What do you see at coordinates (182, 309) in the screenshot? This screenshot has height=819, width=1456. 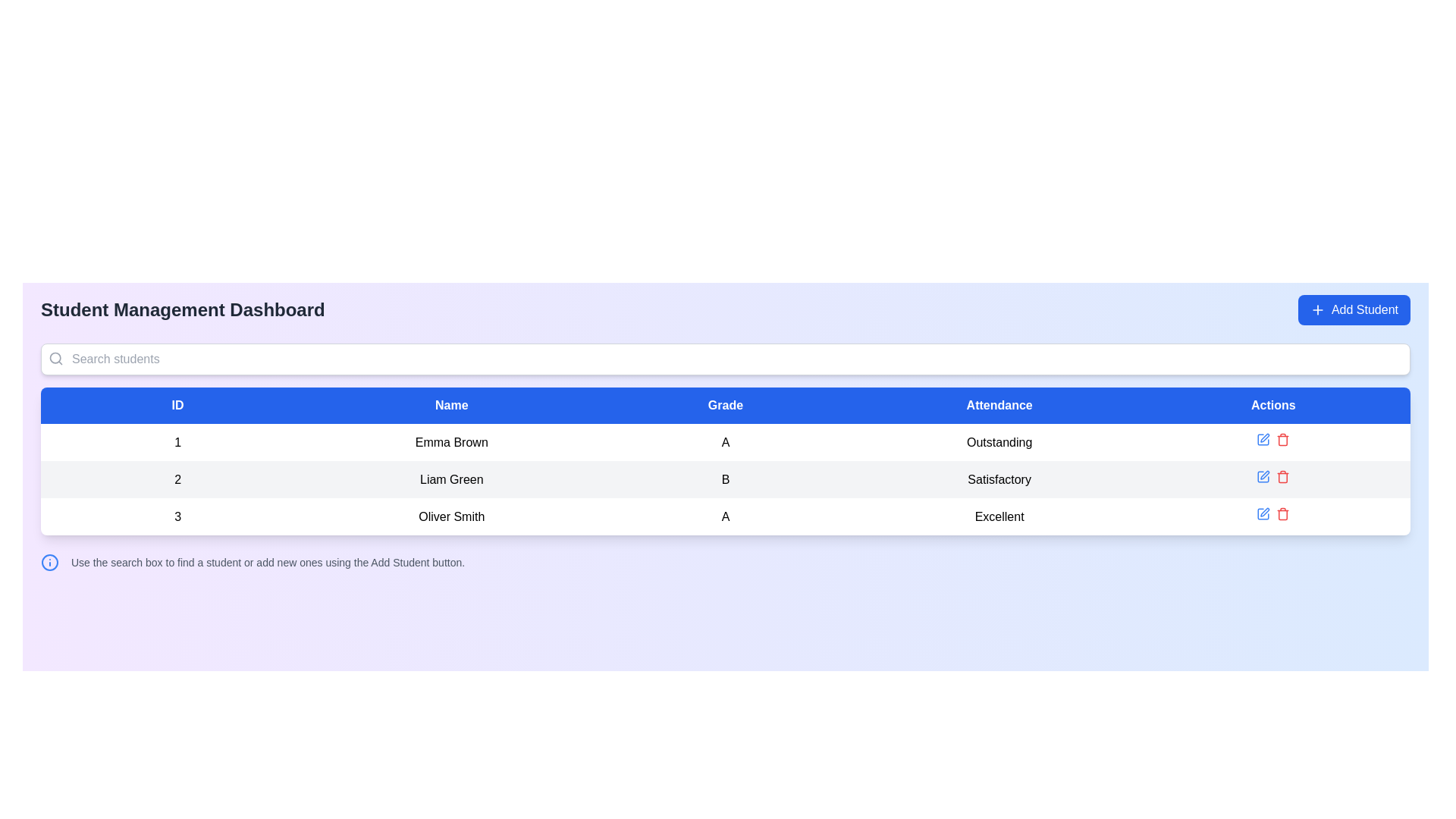 I see `the bold, large-sized textual header that reads 'Student Management Dashboard', prominently positioned at the top of the interface` at bounding box center [182, 309].